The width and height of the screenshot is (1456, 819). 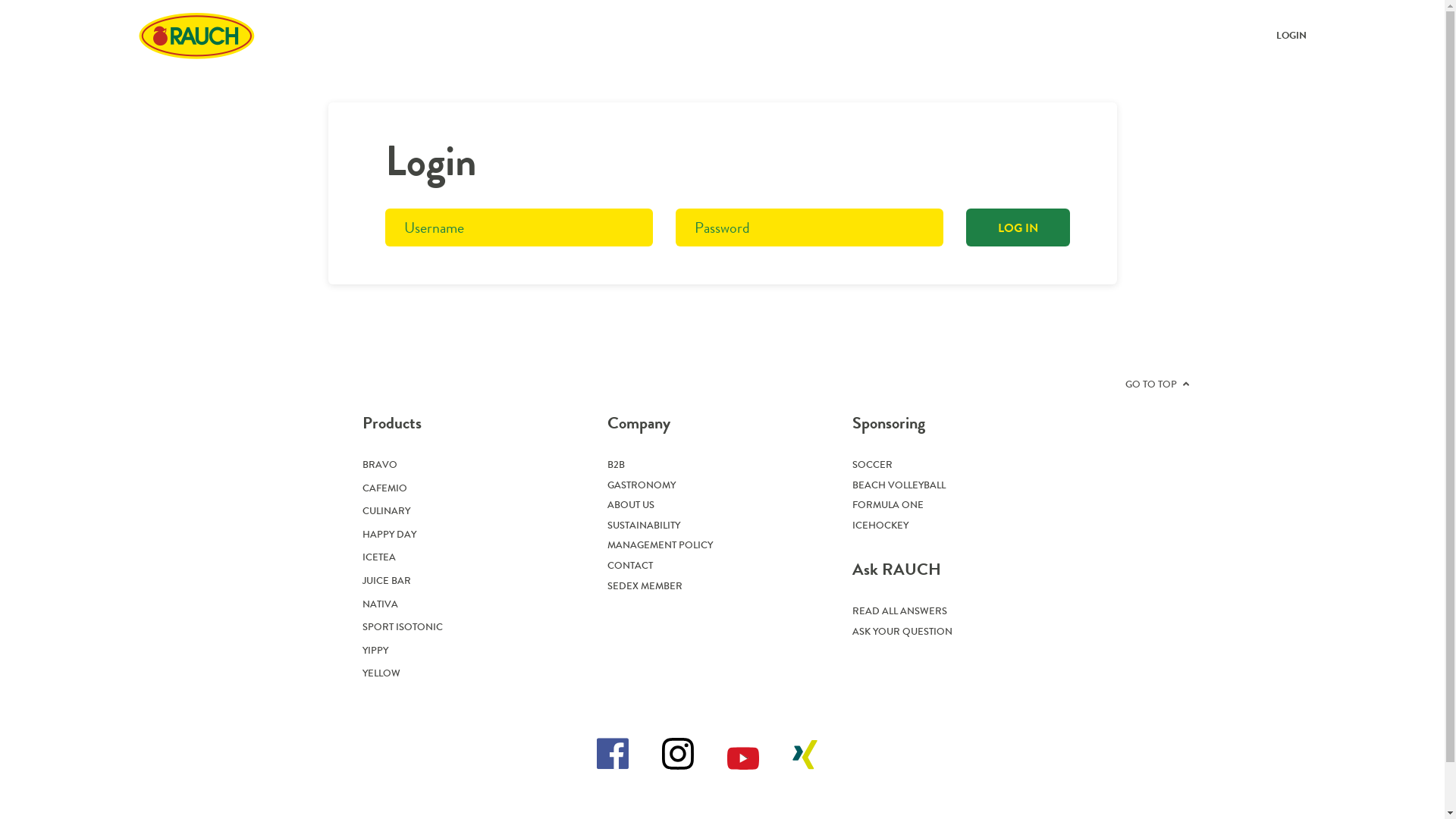 I want to click on 'BEACH VOLLEYBALL', so click(x=899, y=485).